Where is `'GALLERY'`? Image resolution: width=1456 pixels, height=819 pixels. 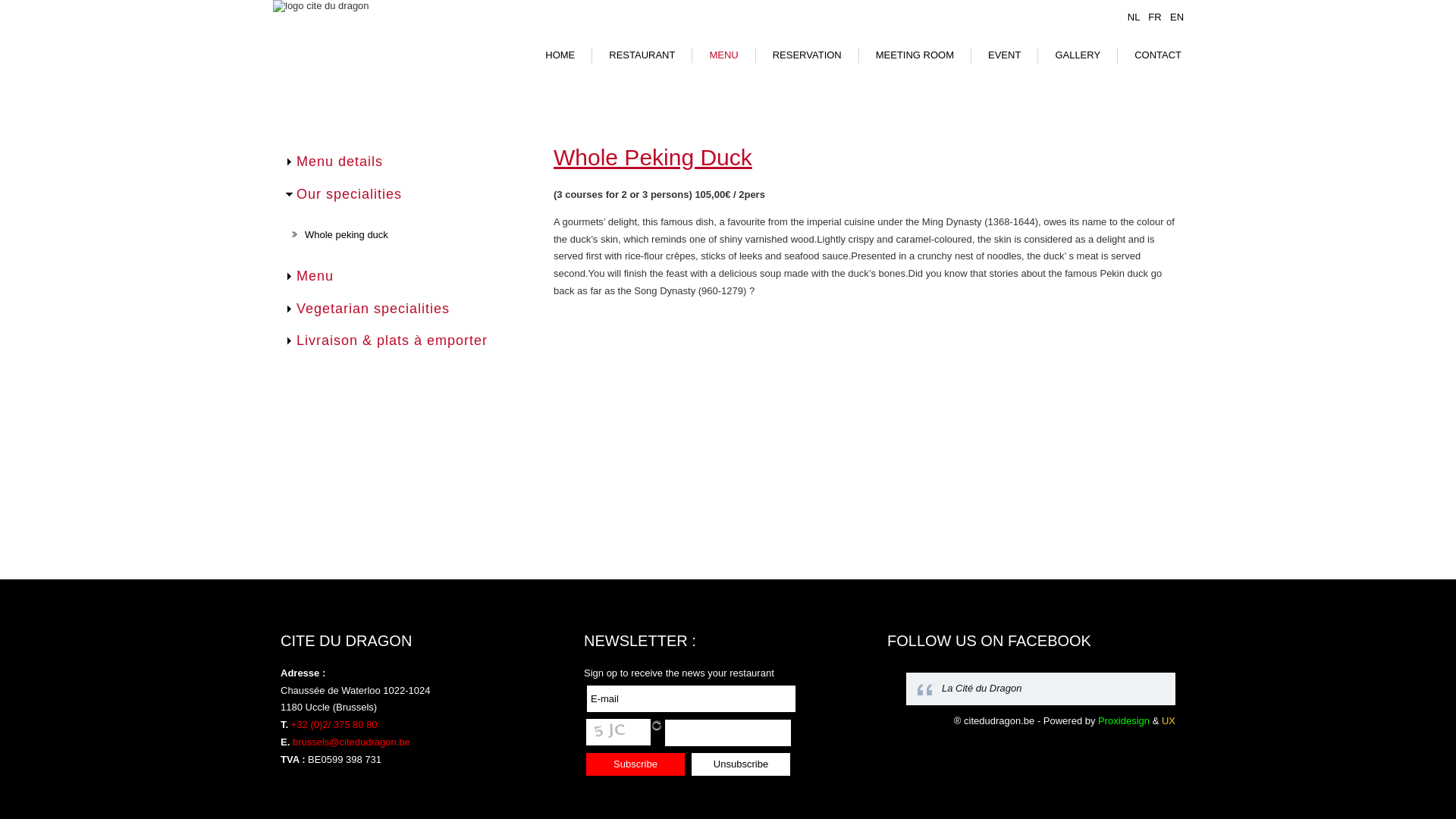
'GALLERY' is located at coordinates (1076, 55).